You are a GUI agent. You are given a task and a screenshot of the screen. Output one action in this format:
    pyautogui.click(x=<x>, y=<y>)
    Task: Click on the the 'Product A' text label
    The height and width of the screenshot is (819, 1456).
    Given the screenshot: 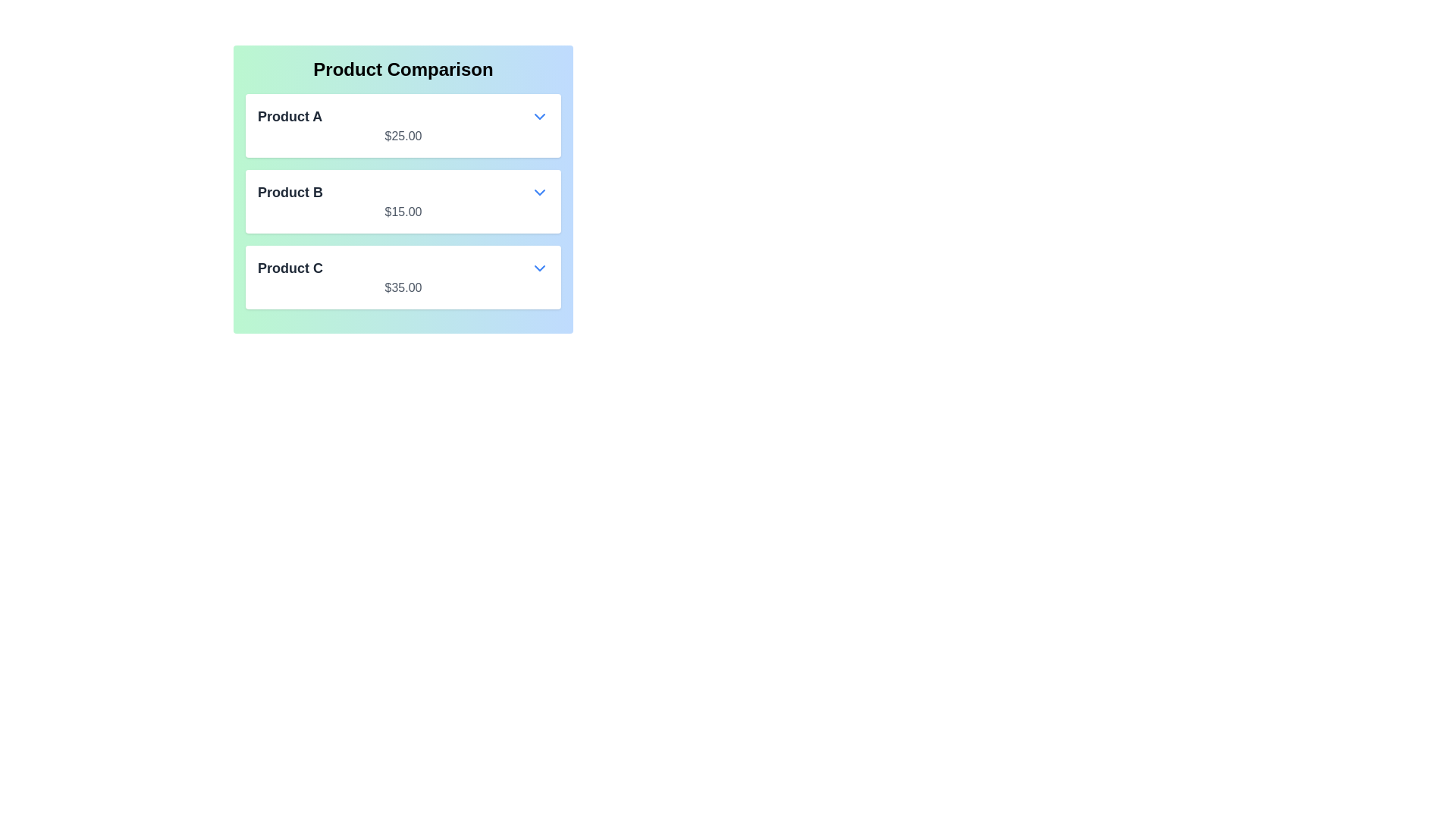 What is the action you would take?
    pyautogui.click(x=290, y=116)
    